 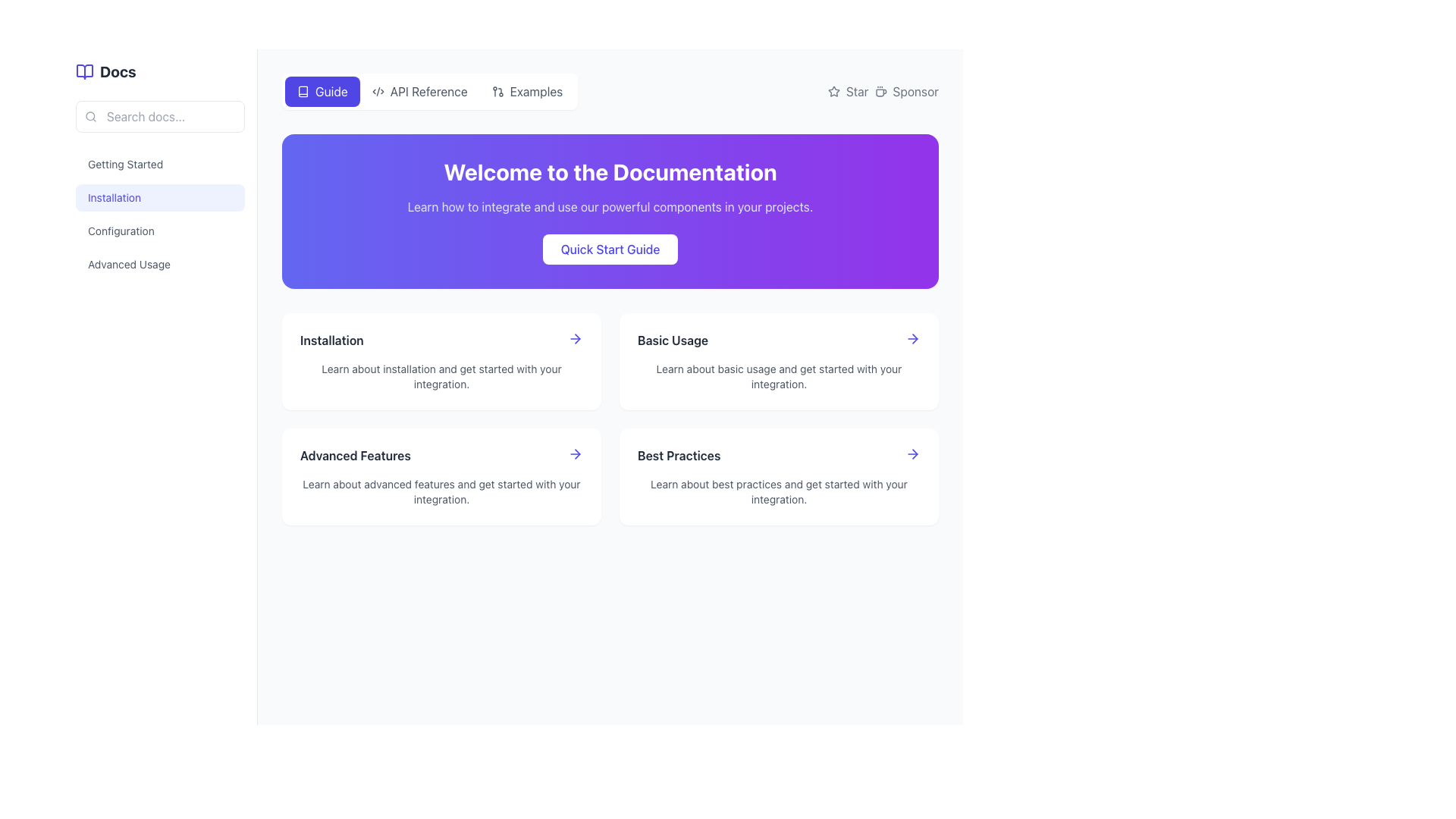 What do you see at coordinates (779, 362) in the screenshot?
I see `the second card` at bounding box center [779, 362].